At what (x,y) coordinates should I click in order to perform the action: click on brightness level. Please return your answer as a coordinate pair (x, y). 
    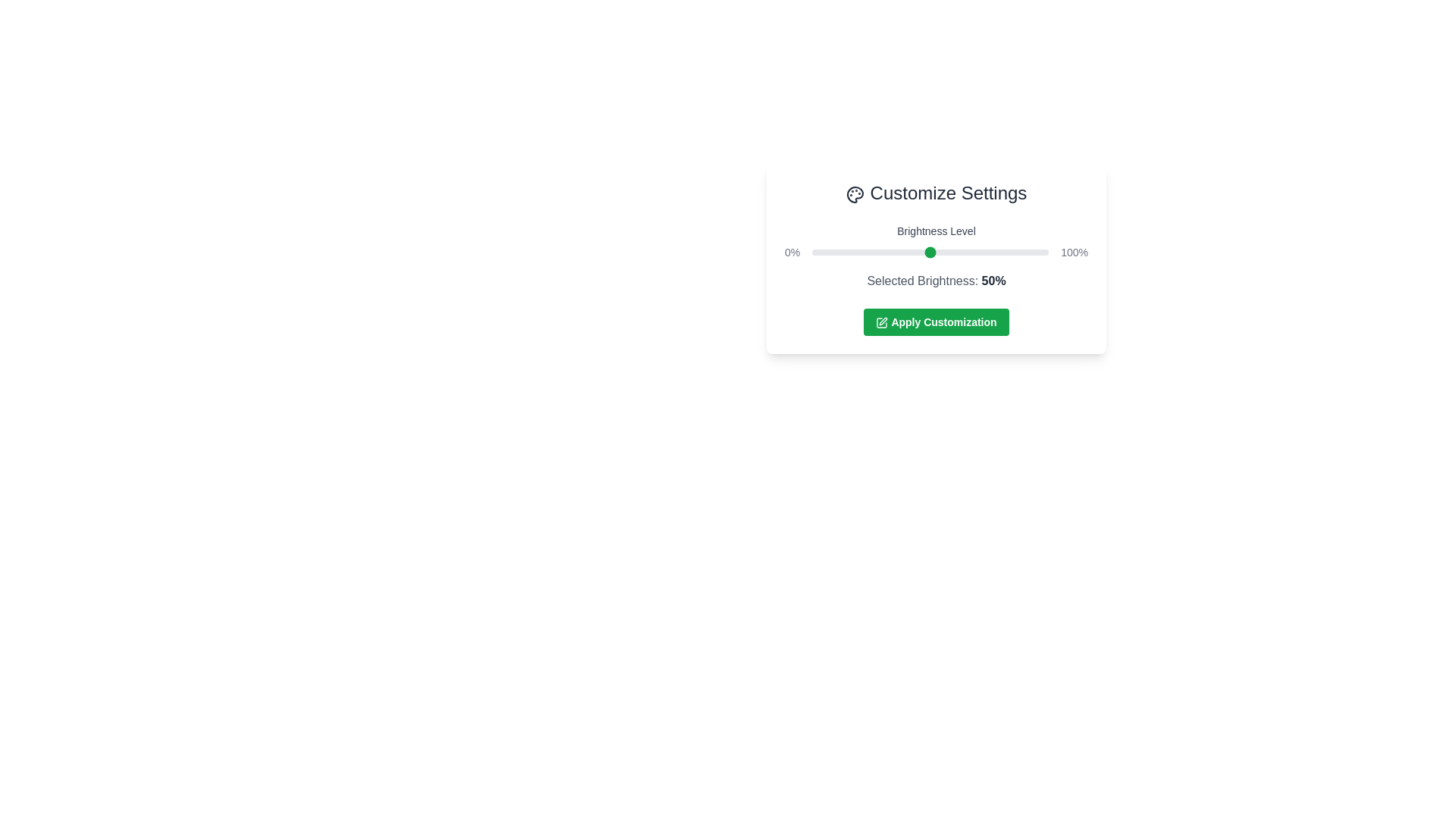
    Looking at the image, I should click on (1022, 251).